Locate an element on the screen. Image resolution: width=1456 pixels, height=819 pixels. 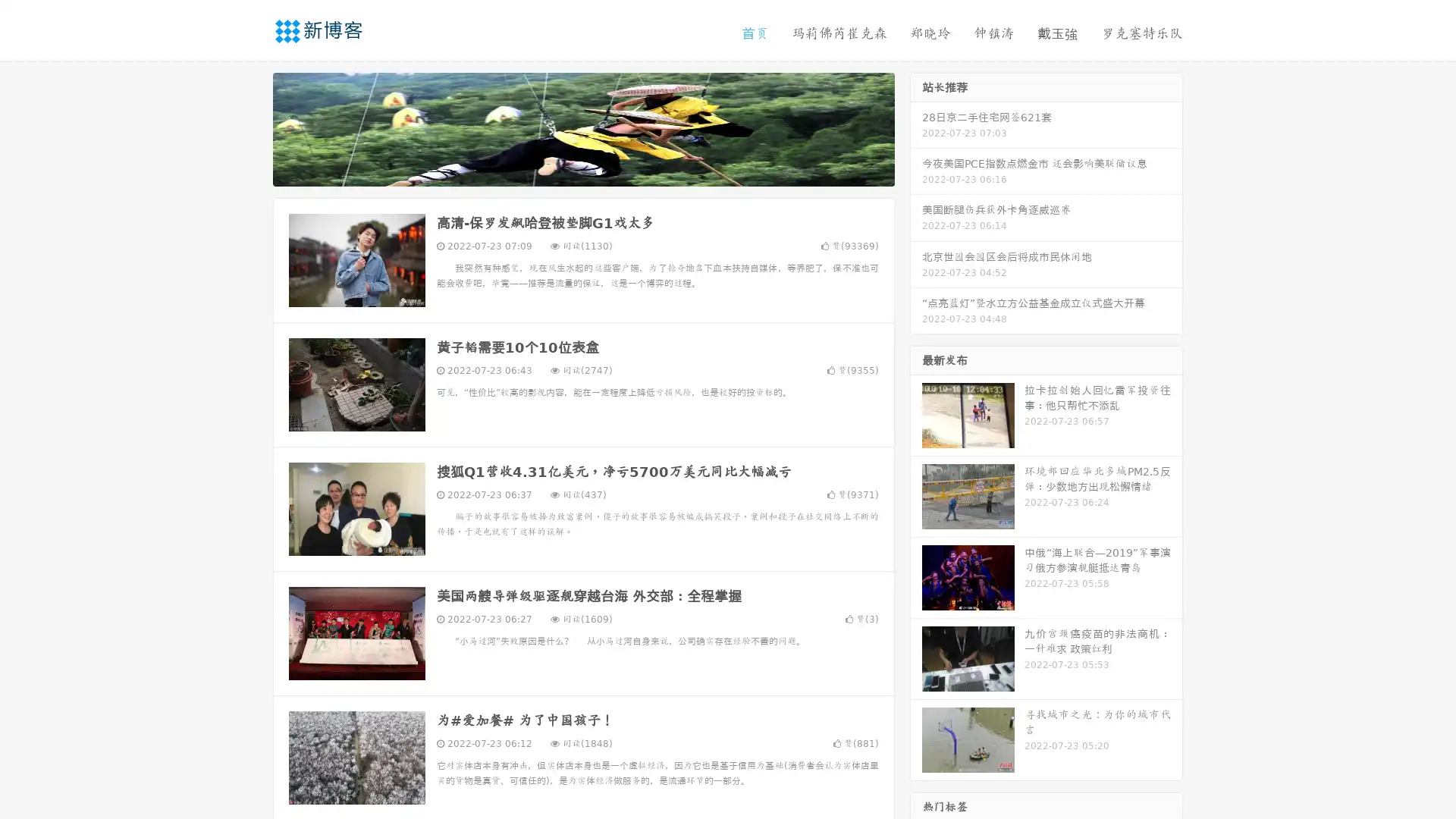
Go to slide 1 is located at coordinates (567, 171).